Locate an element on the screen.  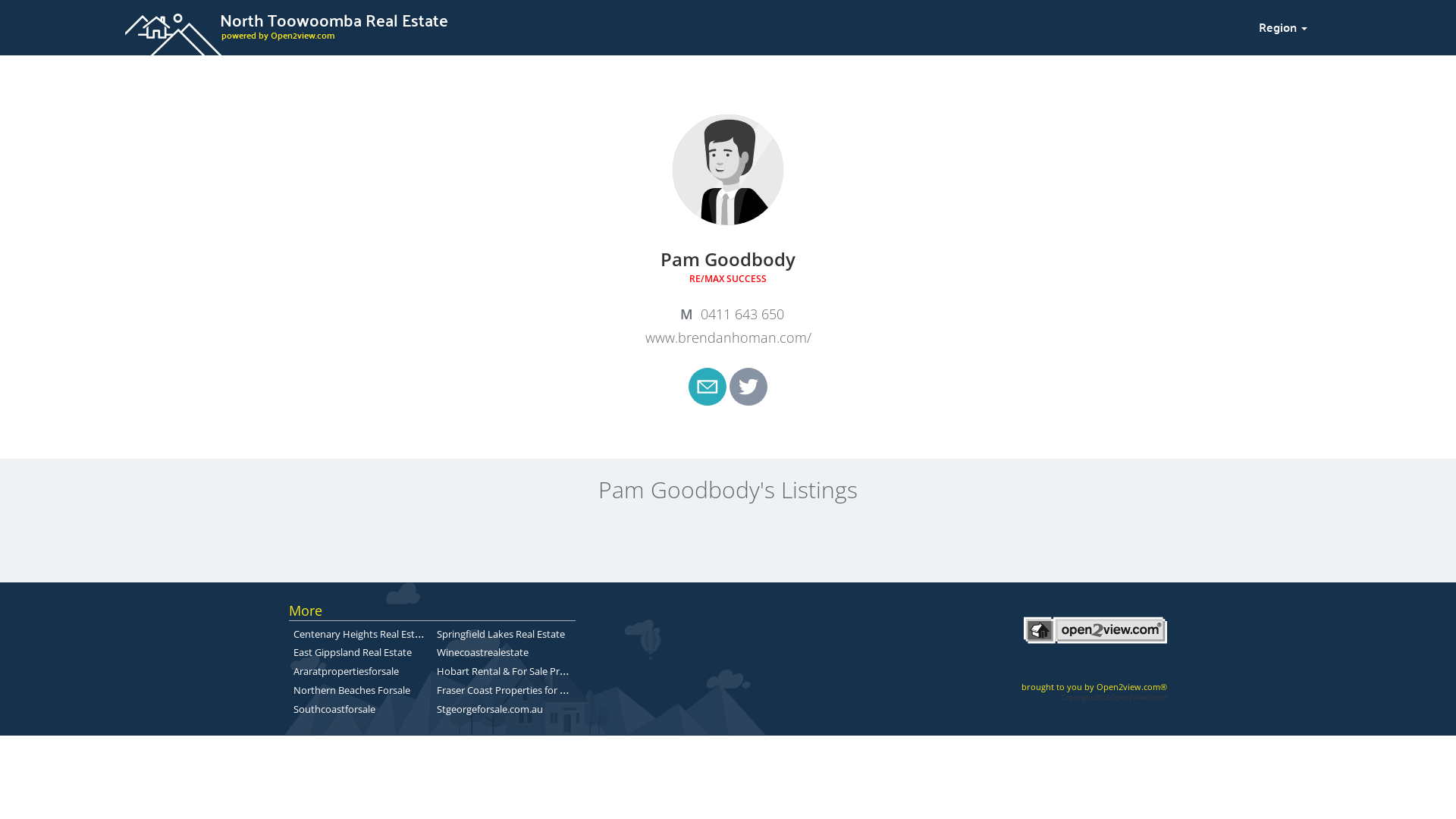
'Springfield Lakes Real Estate' is located at coordinates (500, 634).